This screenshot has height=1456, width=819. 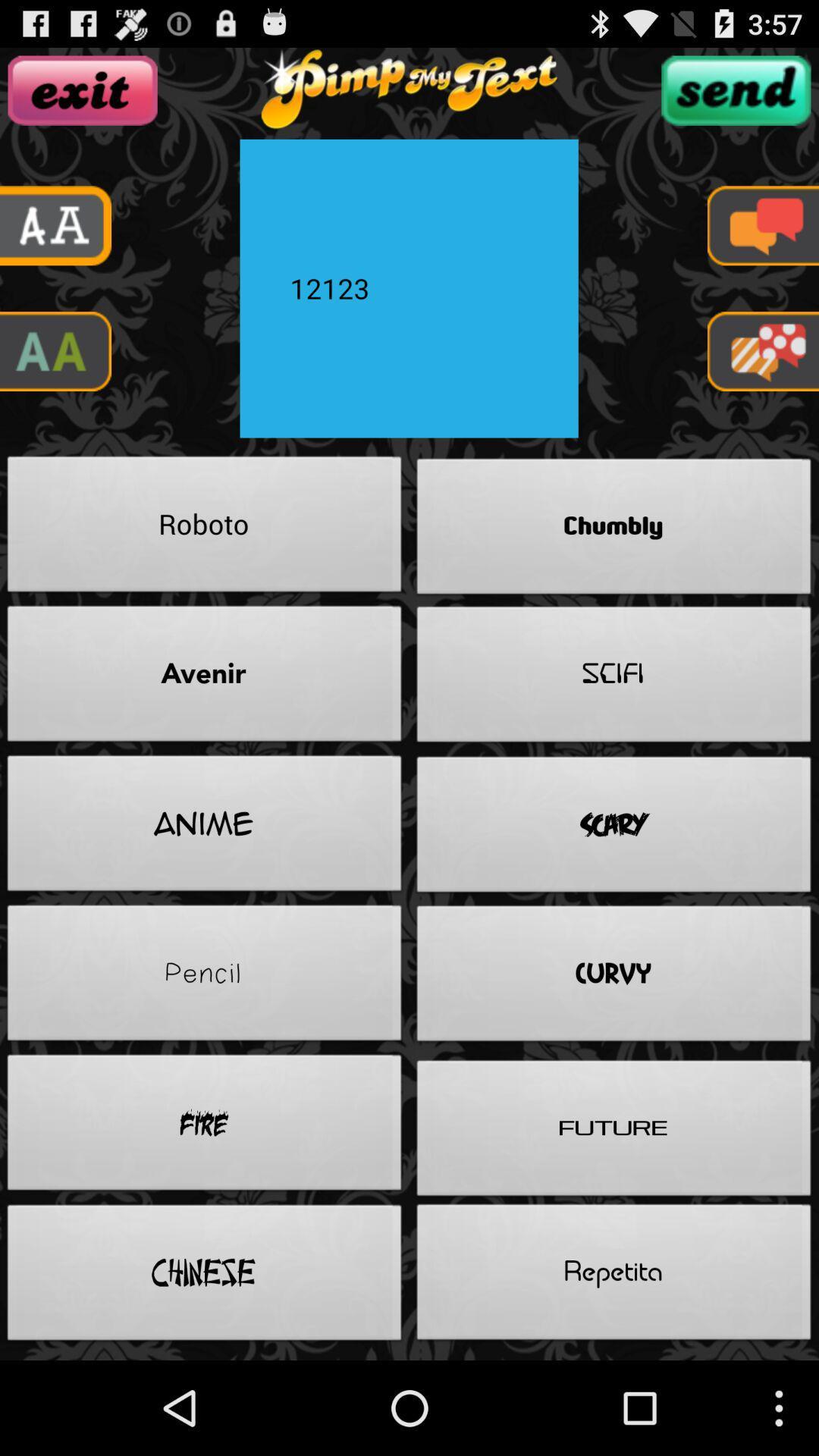 I want to click on capitalize text, so click(x=55, y=350).